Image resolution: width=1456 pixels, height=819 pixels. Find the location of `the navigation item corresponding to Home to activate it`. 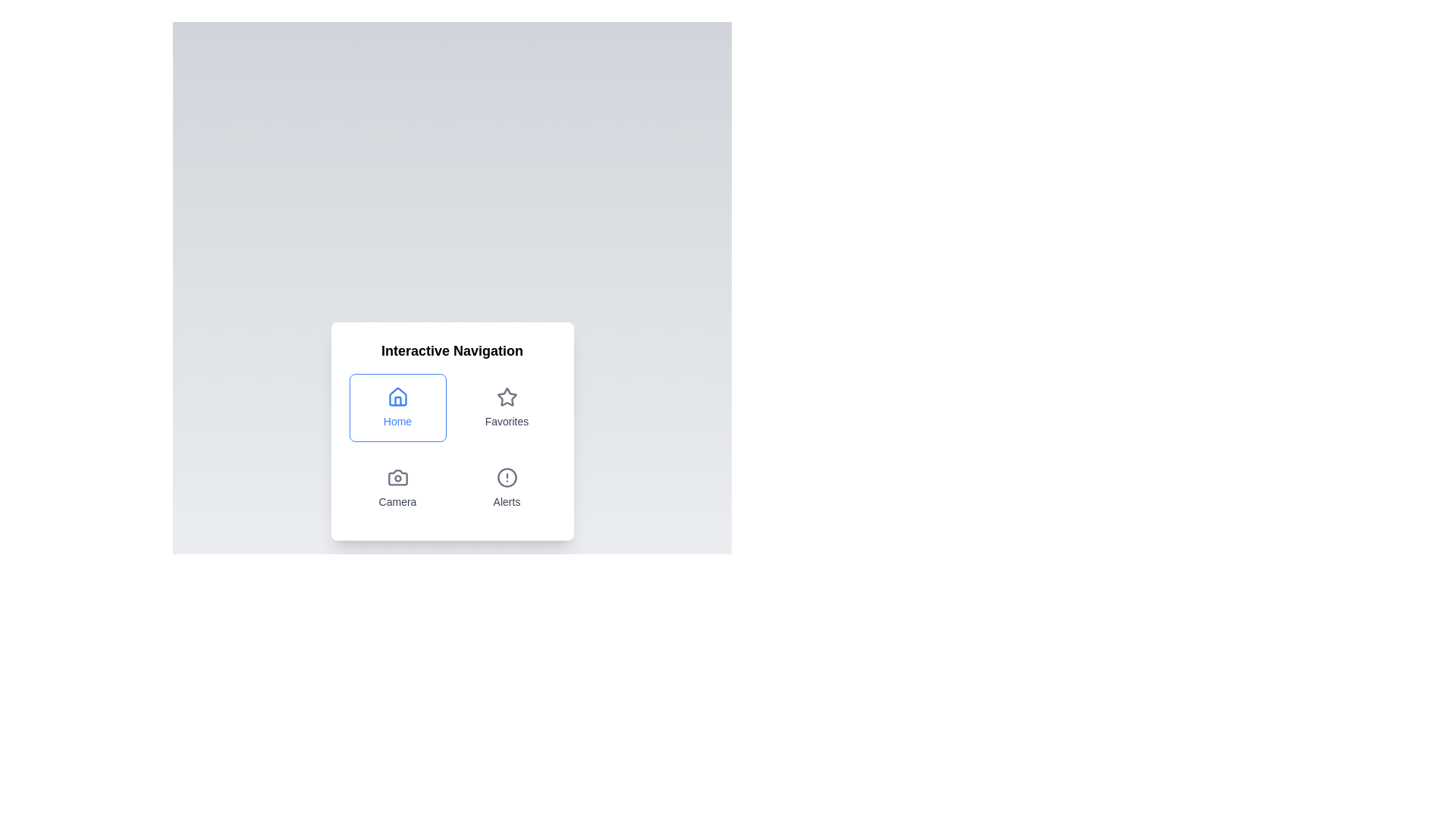

the navigation item corresponding to Home to activate it is located at coordinates (397, 406).